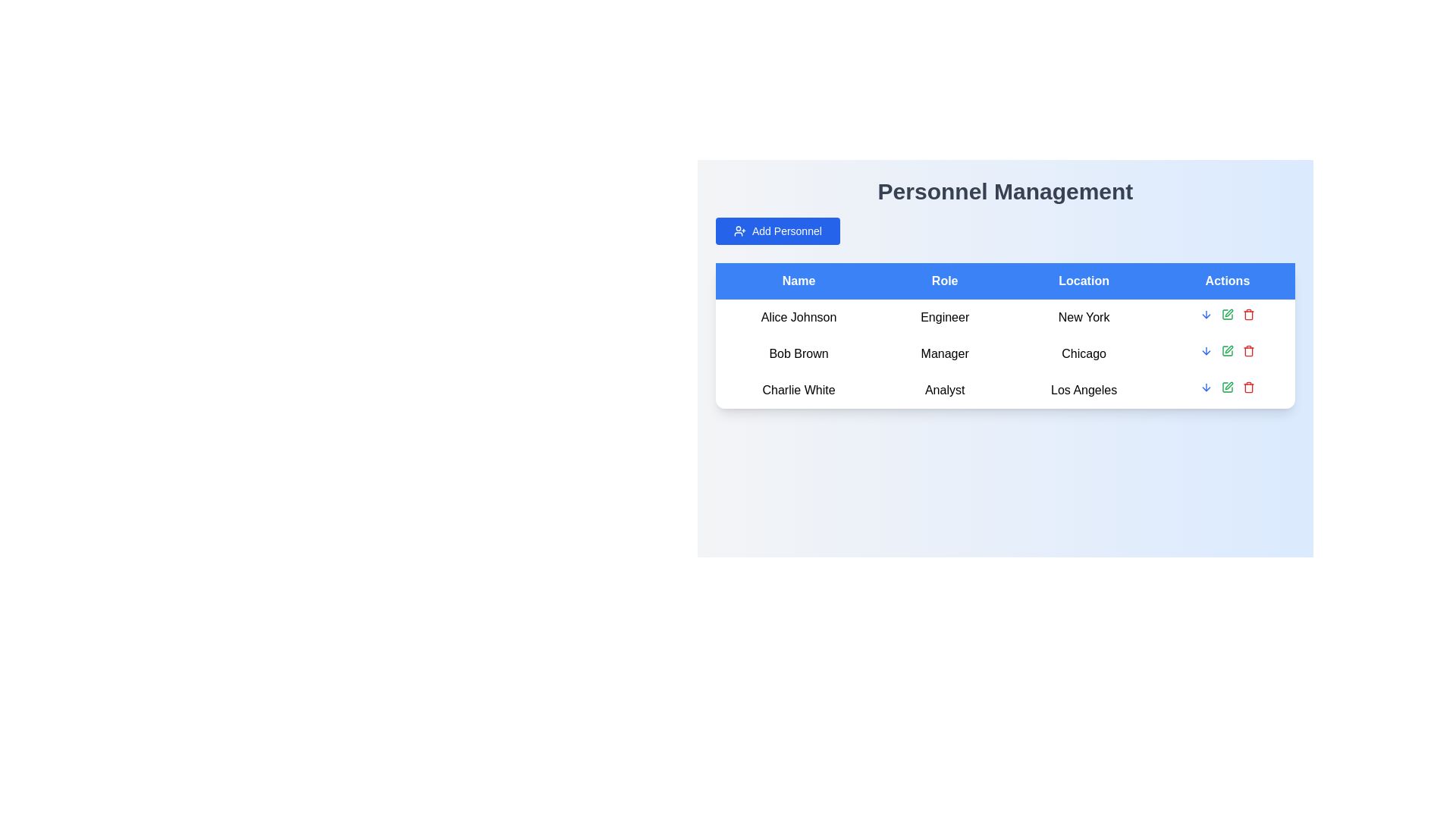 Image resolution: width=1456 pixels, height=819 pixels. Describe the element at coordinates (1227, 386) in the screenshot. I see `the Button icon styled as a pen for editing purposes located in the third row of the 'Actions' column in the 'Personnel Management' table for accessibility` at that location.